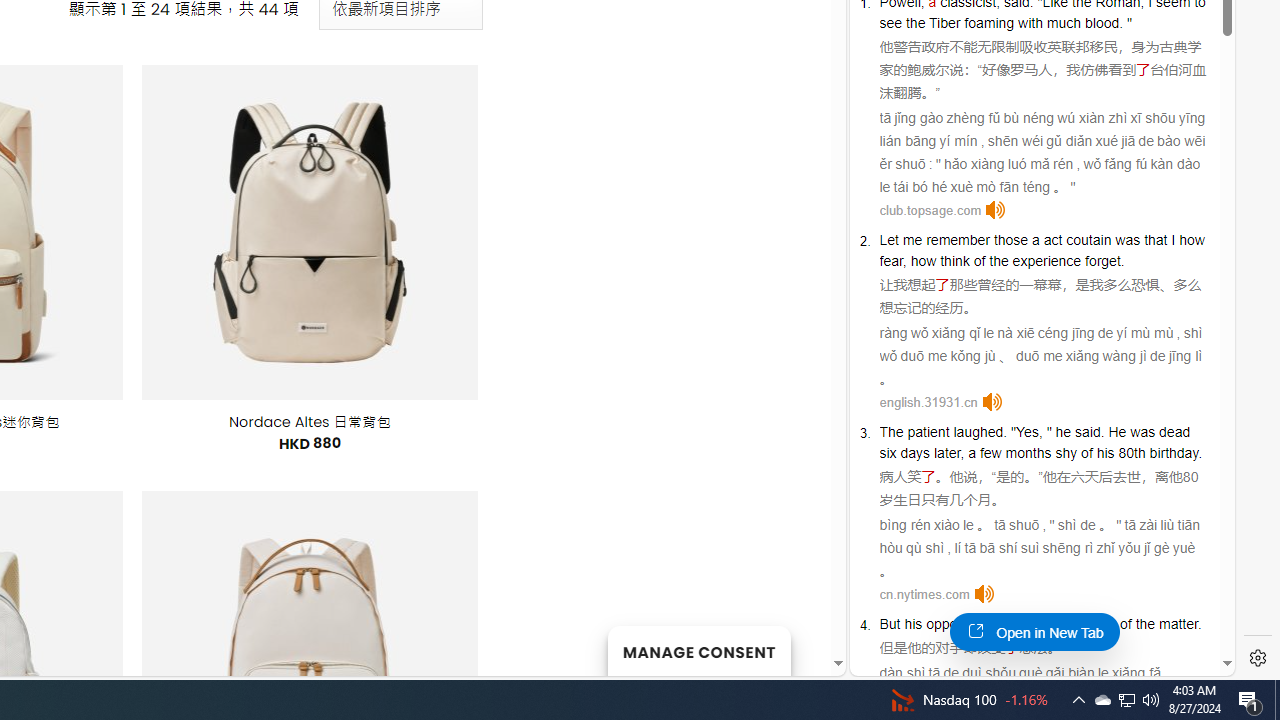 The width and height of the screenshot is (1280, 720). What do you see at coordinates (914, 452) in the screenshot?
I see `'days'` at bounding box center [914, 452].